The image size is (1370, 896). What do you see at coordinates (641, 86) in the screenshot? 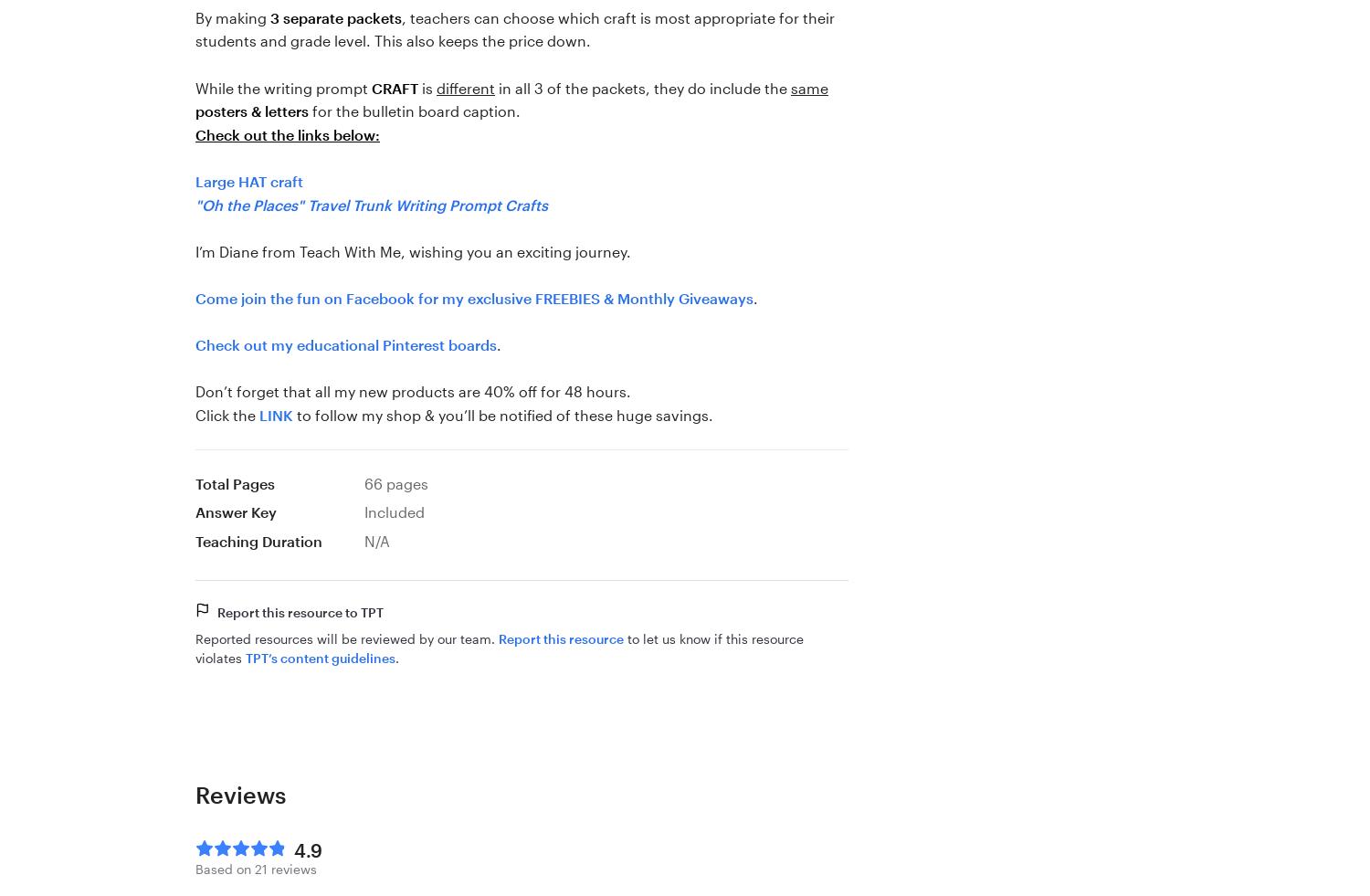
I see `'in all 3 of the packets, they do include the'` at bounding box center [641, 86].